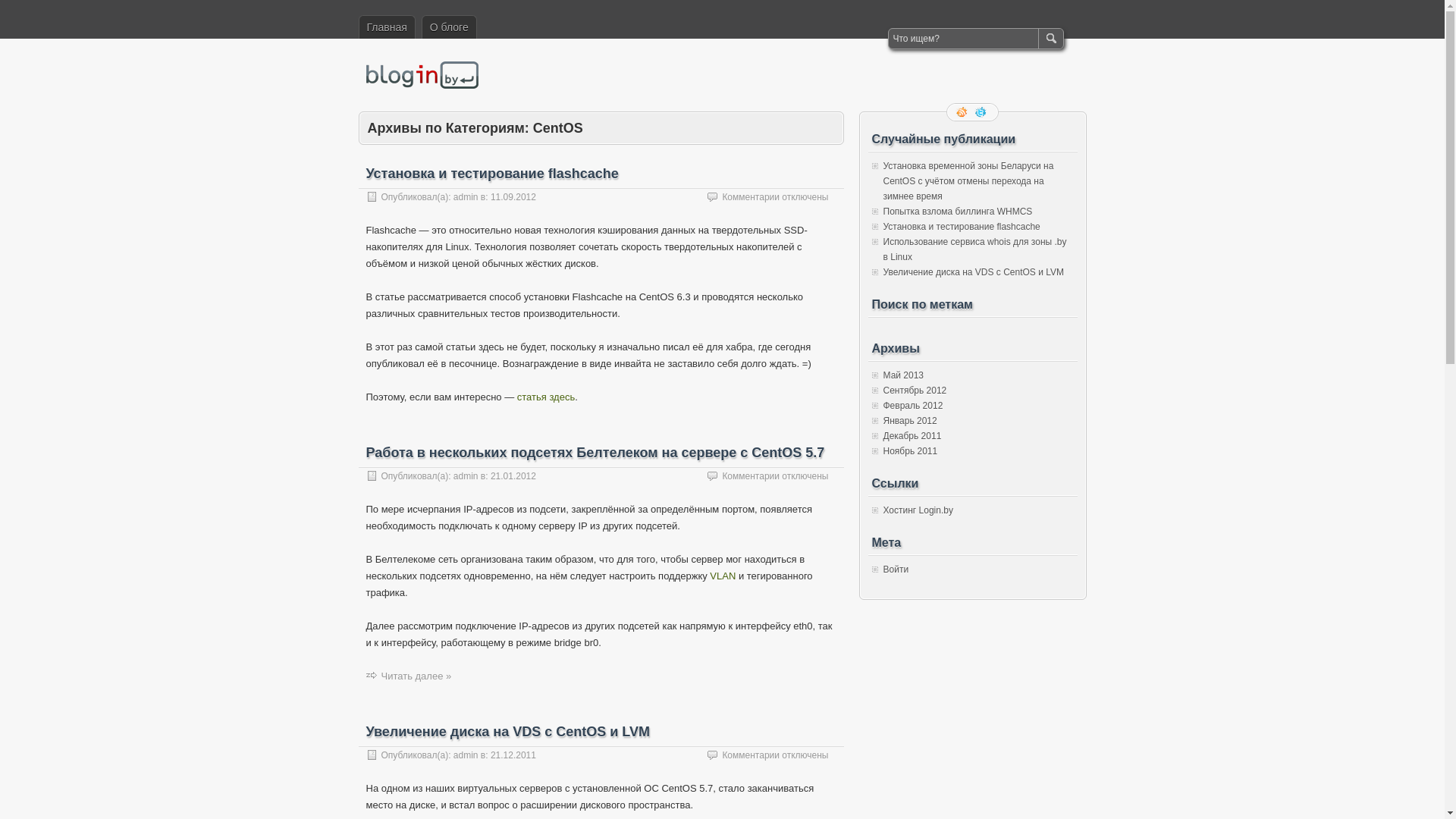 The height and width of the screenshot is (819, 1456). Describe the element at coordinates (513, 475) in the screenshot. I see `'21.01.2012'` at that location.